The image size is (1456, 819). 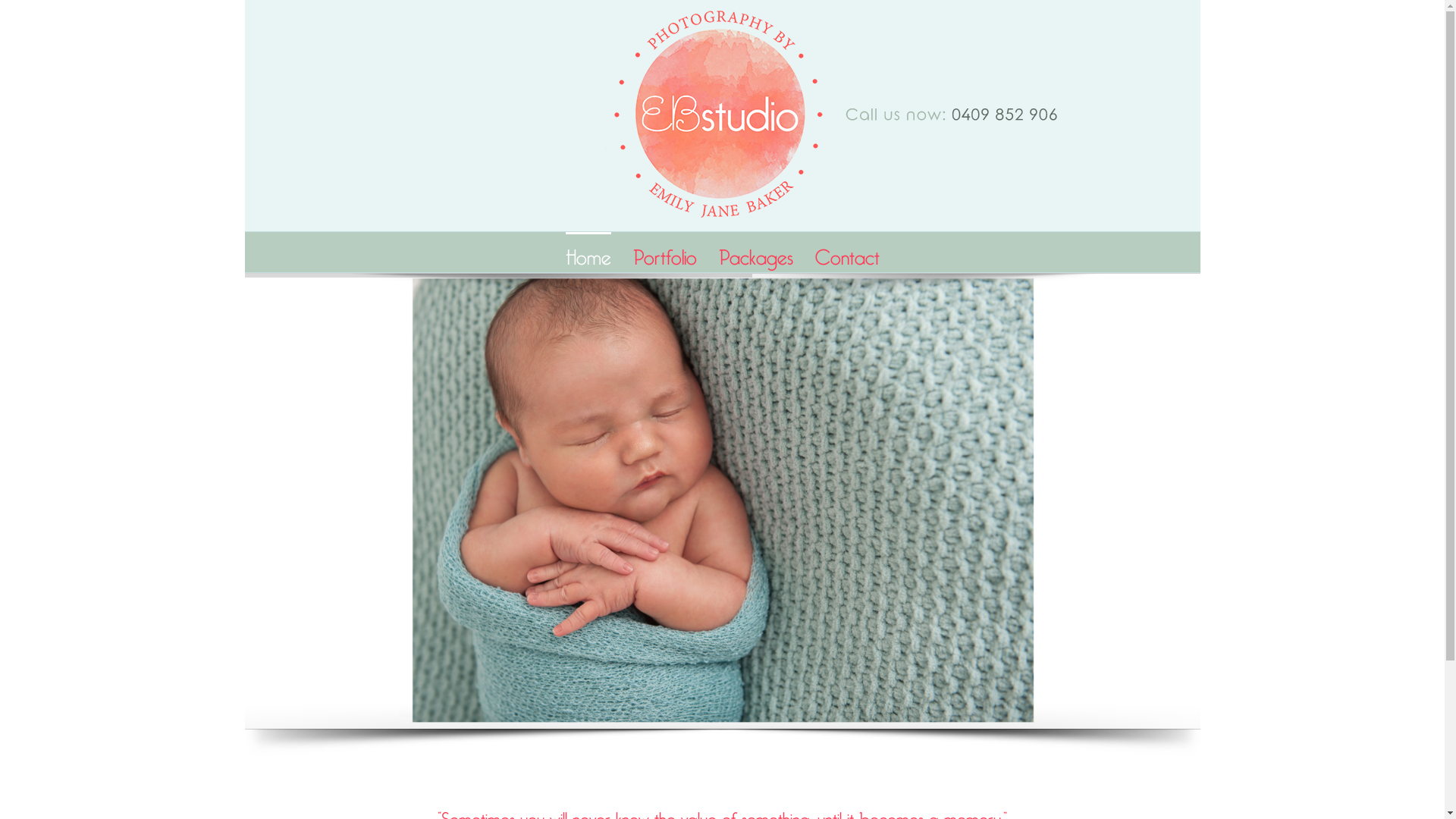 What do you see at coordinates (756, 251) in the screenshot?
I see `'Packages'` at bounding box center [756, 251].